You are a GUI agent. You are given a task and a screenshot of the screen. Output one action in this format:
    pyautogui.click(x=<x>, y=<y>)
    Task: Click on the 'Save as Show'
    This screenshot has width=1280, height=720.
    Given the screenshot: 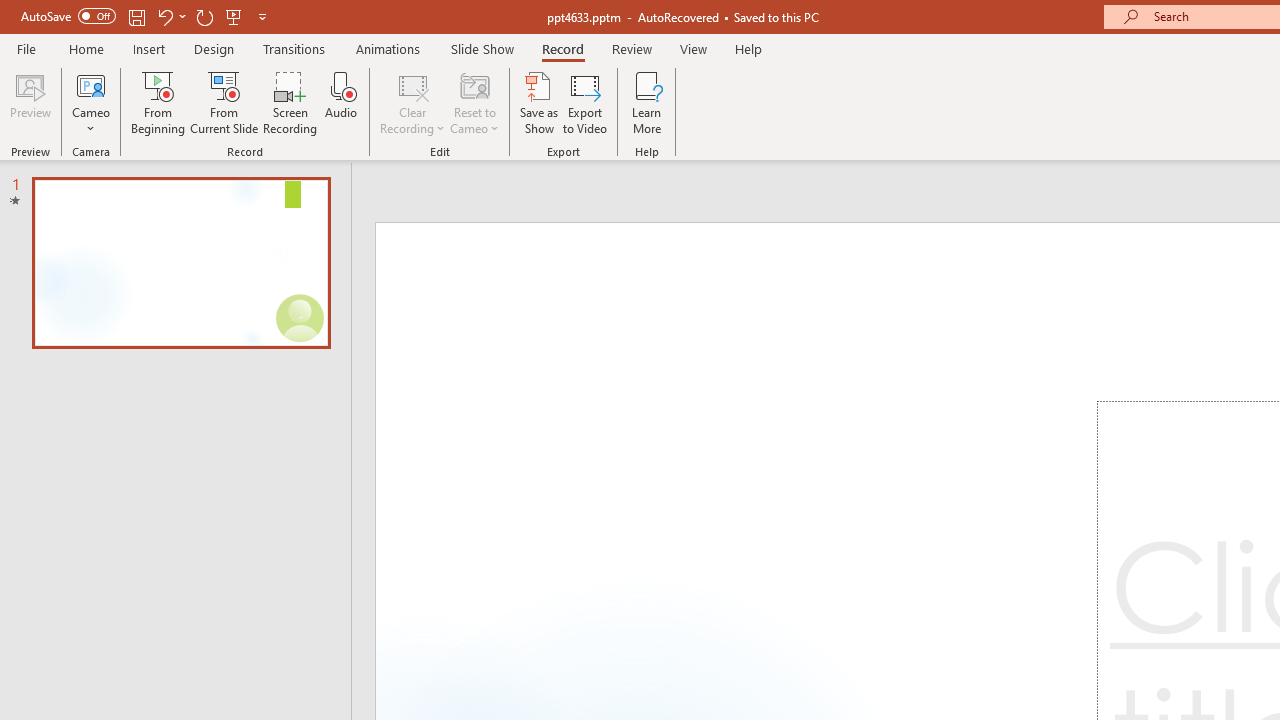 What is the action you would take?
    pyautogui.click(x=539, y=103)
    